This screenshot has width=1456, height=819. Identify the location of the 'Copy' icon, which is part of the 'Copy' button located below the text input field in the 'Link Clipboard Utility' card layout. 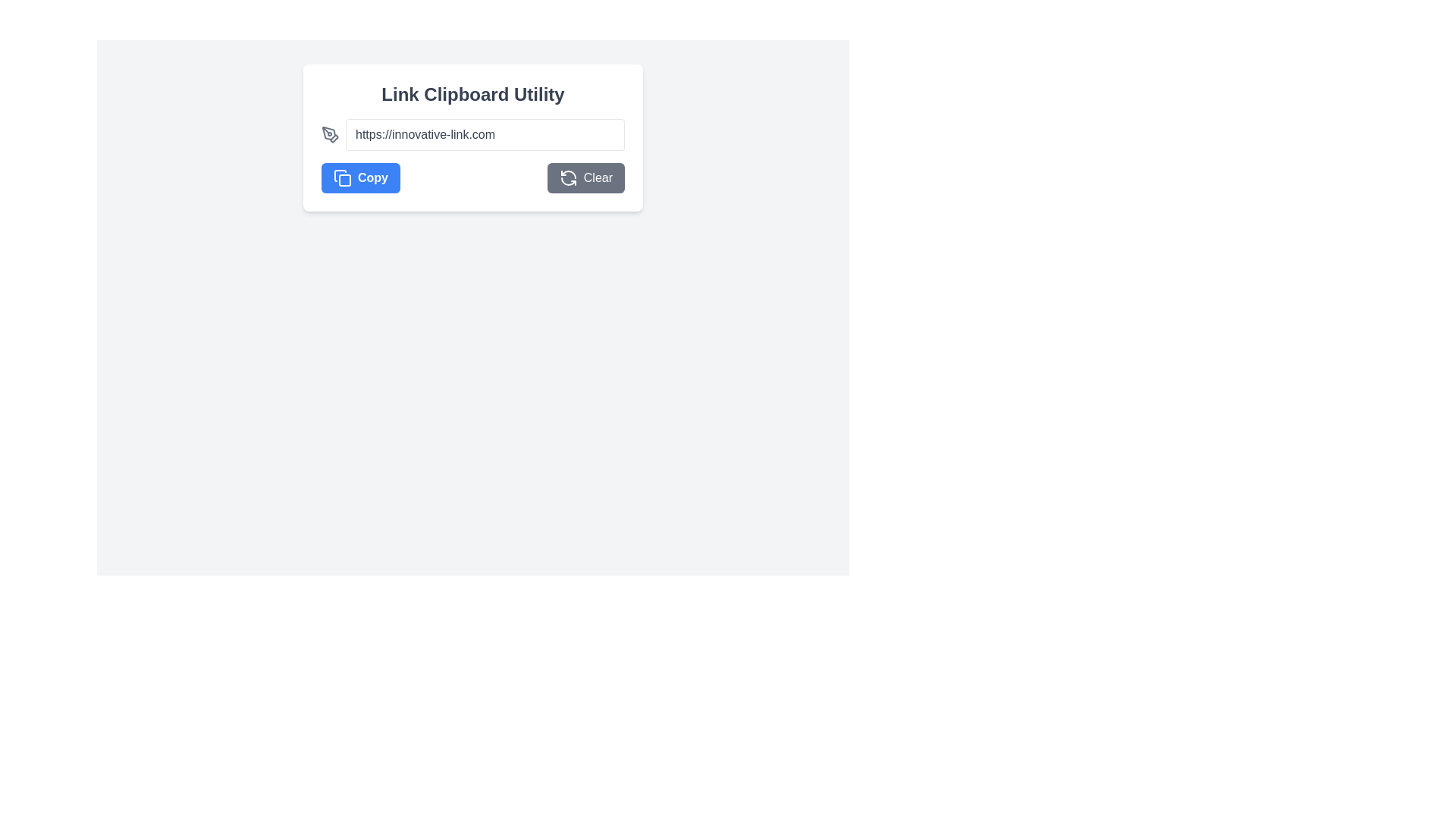
(340, 174).